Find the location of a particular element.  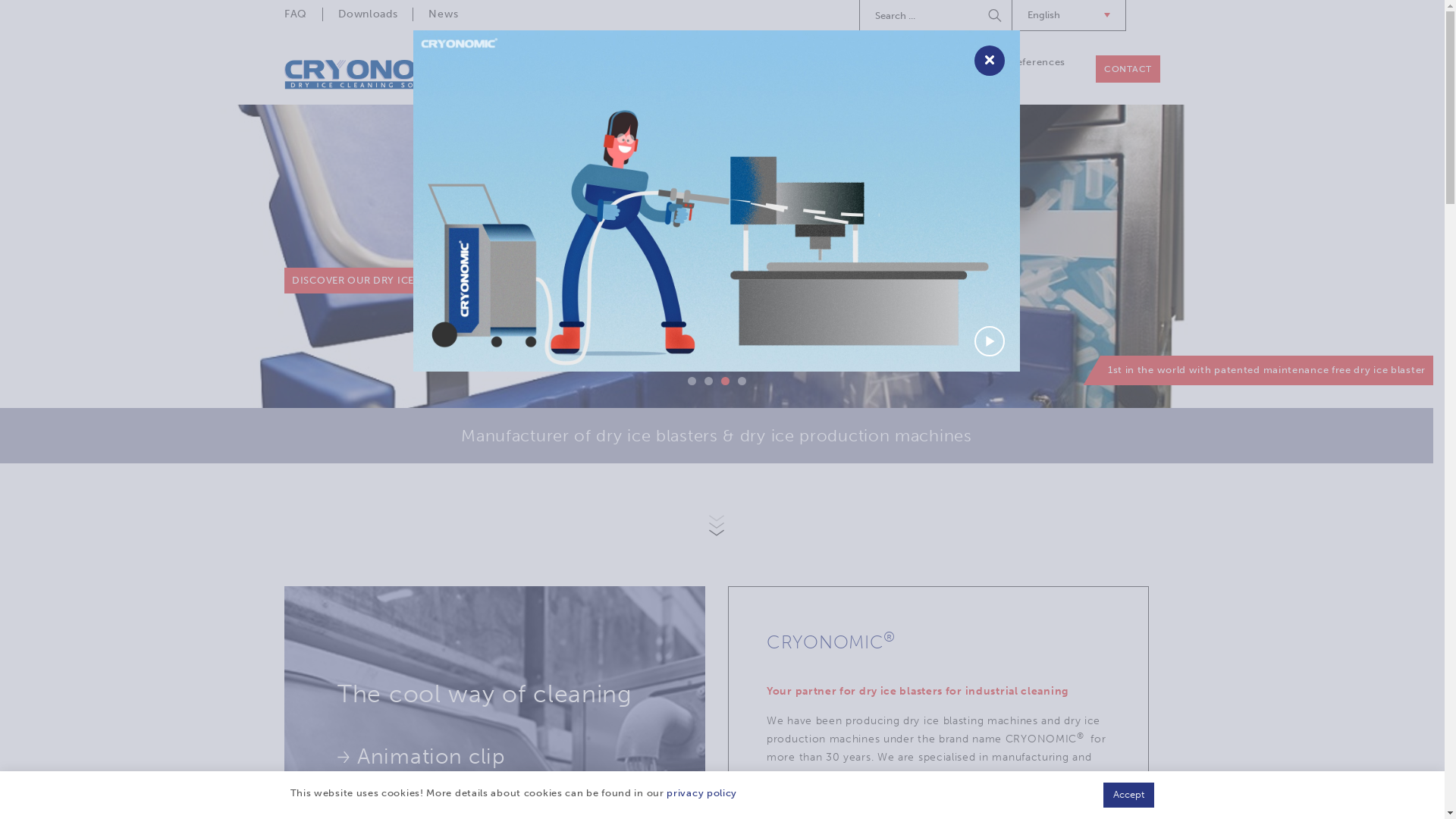

'English' is located at coordinates (1012, 15).